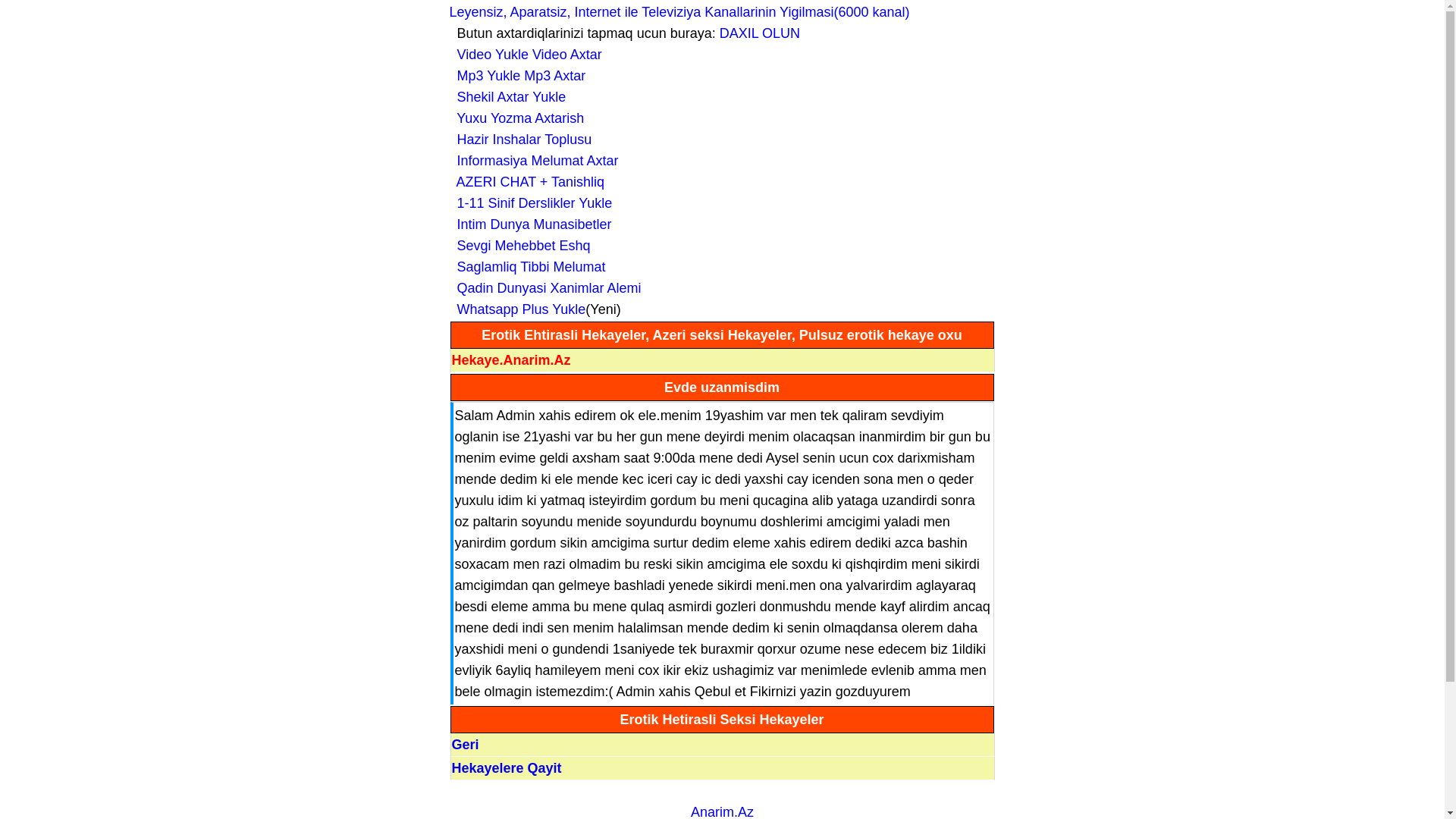  Describe the element at coordinates (530, 202) in the screenshot. I see `'  1-11 Sinif Derslikler Yukle'` at that location.